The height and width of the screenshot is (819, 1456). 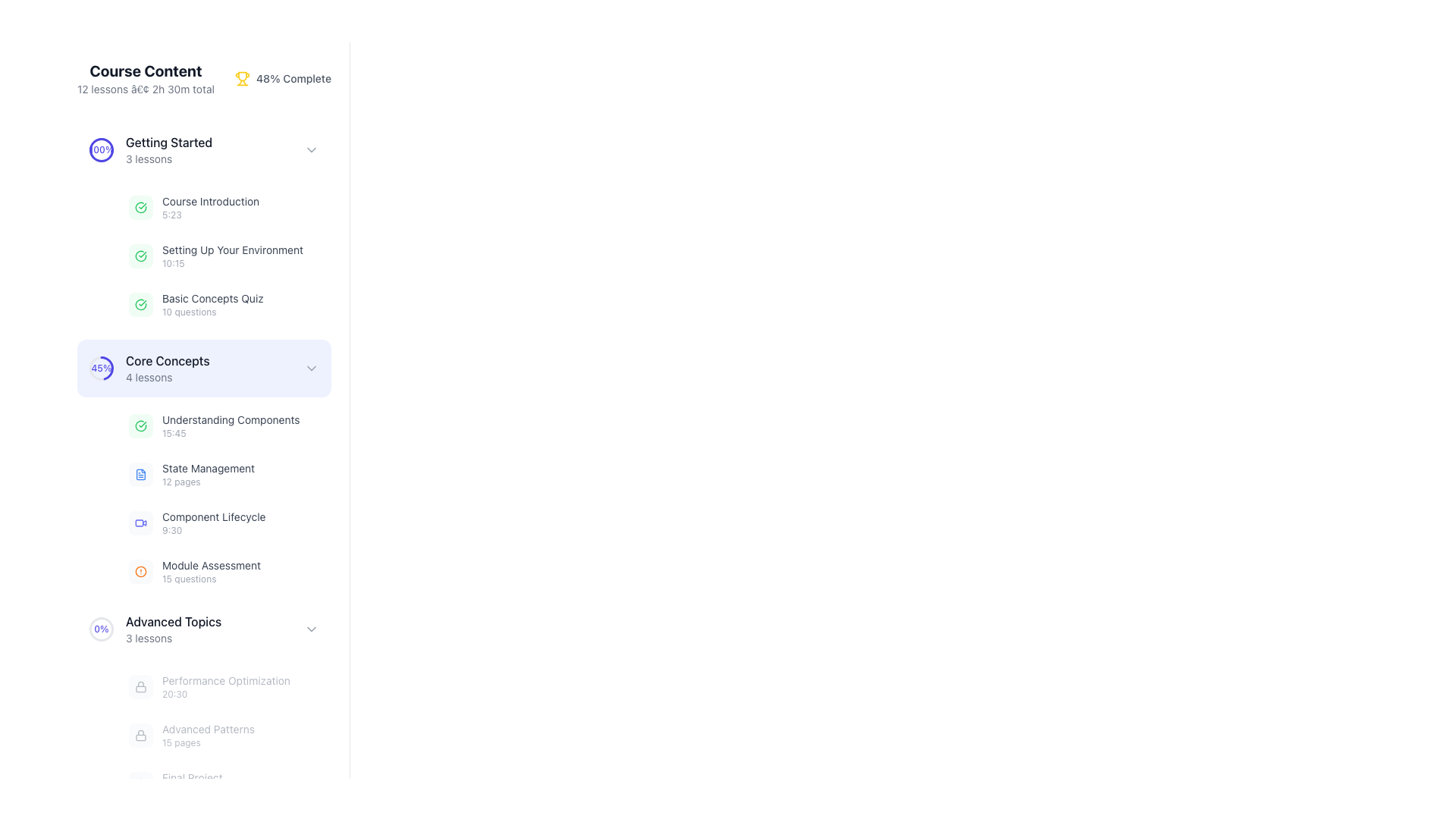 What do you see at coordinates (232, 249) in the screenshot?
I see `the text label 'Setting Up Your Environment', which is styled in gray and appears beneath the heading 'Getting Started' in the course listing` at bounding box center [232, 249].